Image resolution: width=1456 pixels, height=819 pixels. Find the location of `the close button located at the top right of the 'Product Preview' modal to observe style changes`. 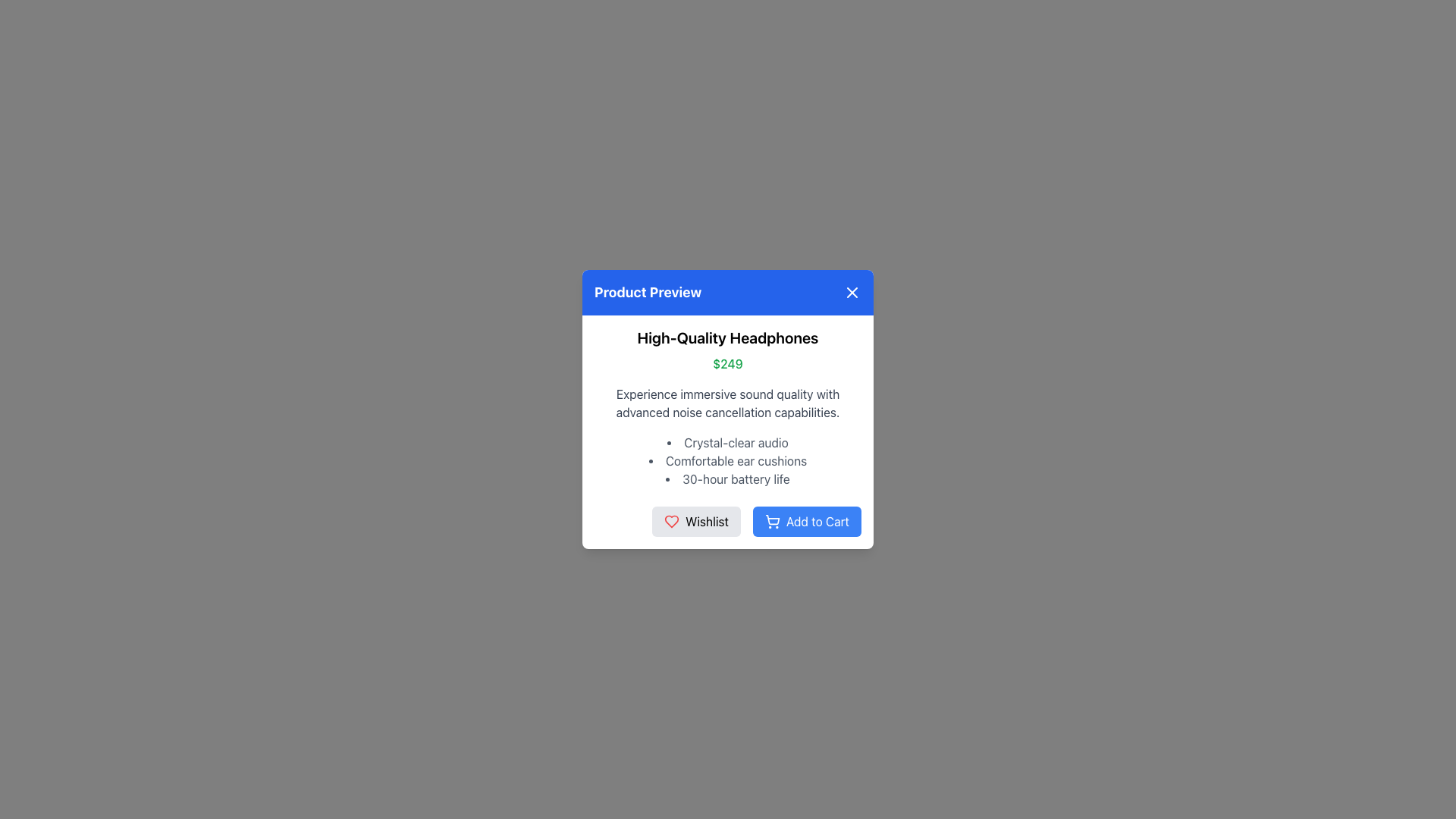

the close button located at the top right of the 'Product Preview' modal to observe style changes is located at coordinates (852, 292).